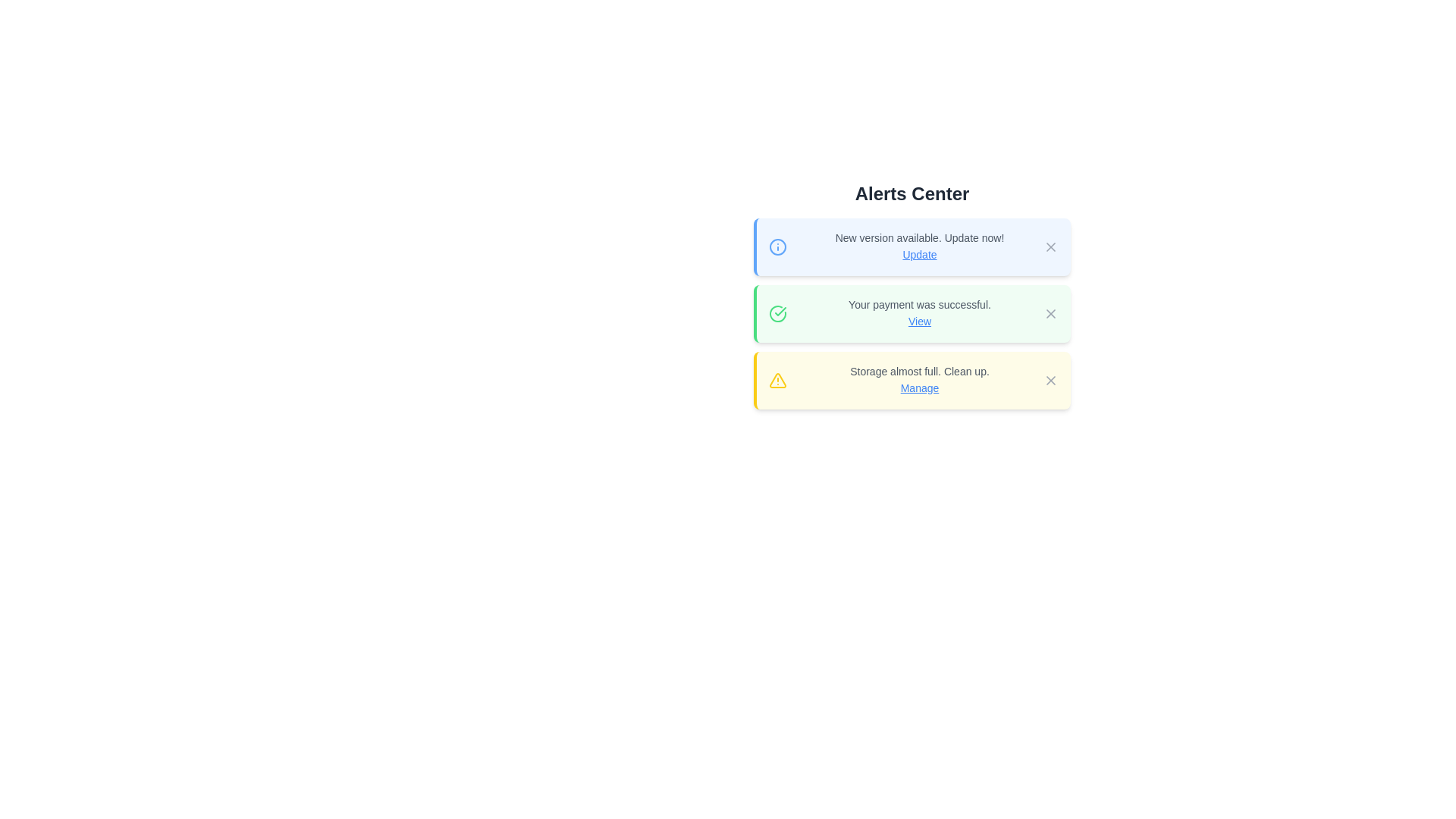 The width and height of the screenshot is (1456, 819). What do you see at coordinates (919, 237) in the screenshot?
I see `the informative text label about the new version availability located at the top of the first notification card` at bounding box center [919, 237].